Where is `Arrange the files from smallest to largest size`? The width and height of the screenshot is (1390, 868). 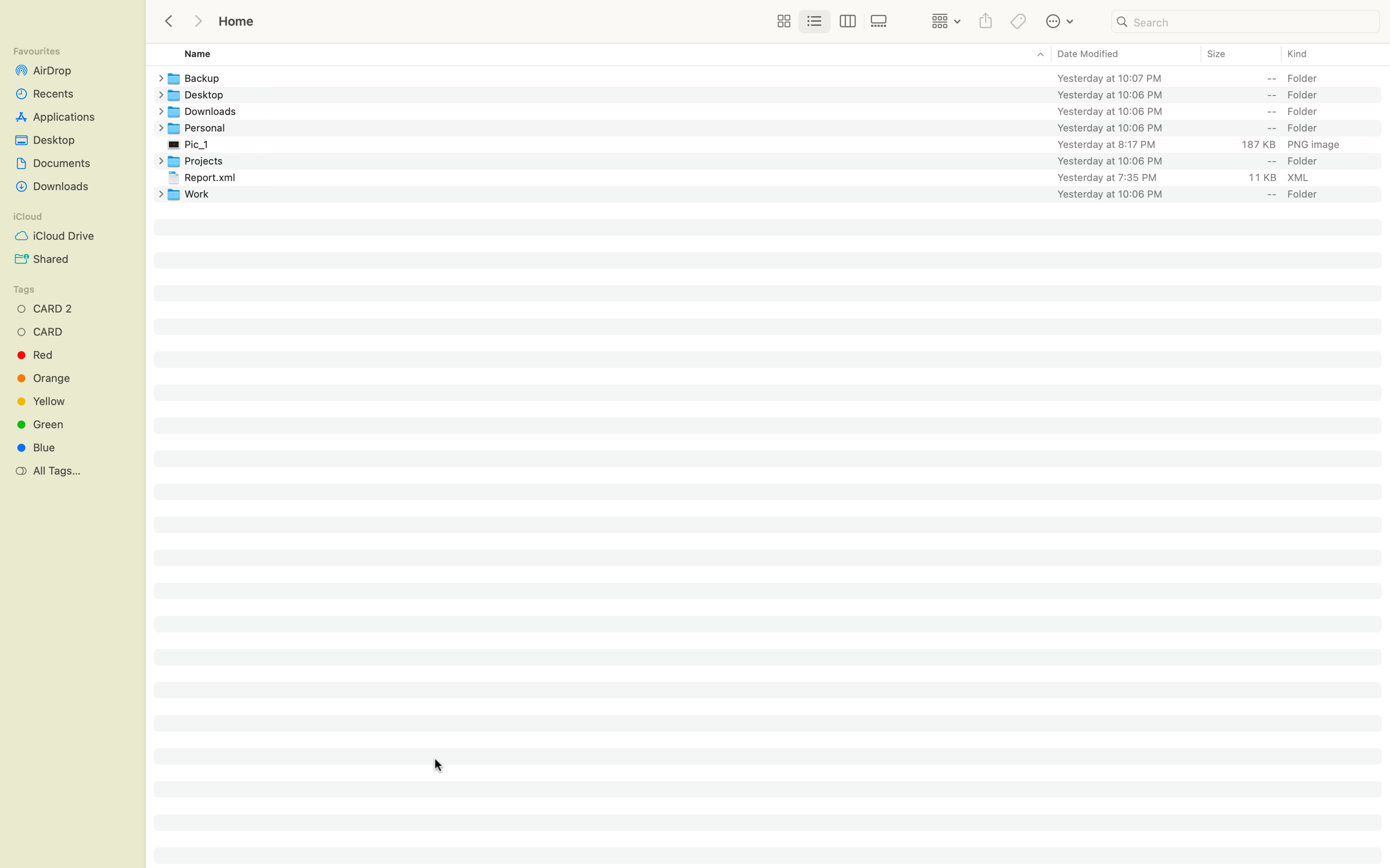 Arrange the files from smallest to largest size is located at coordinates (1240, 55).